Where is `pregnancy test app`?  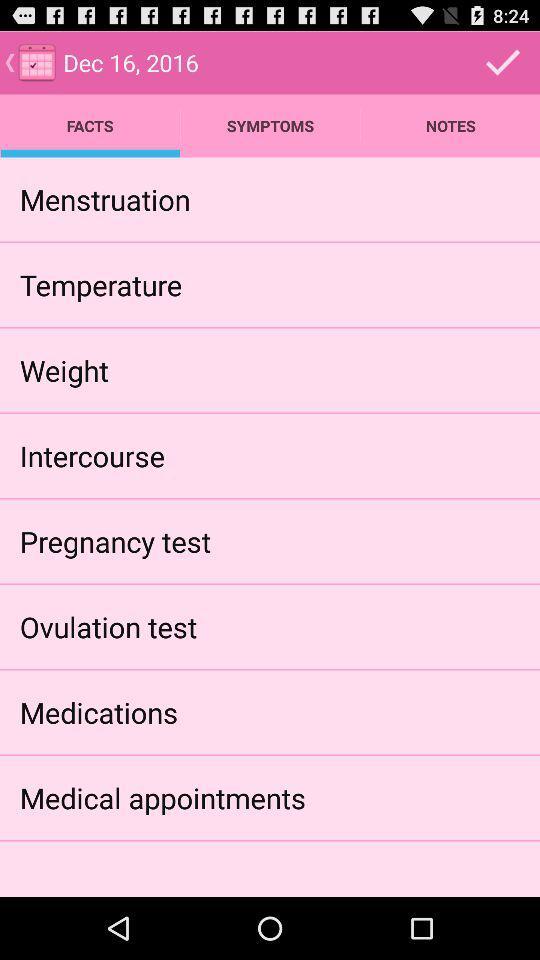
pregnancy test app is located at coordinates (115, 541).